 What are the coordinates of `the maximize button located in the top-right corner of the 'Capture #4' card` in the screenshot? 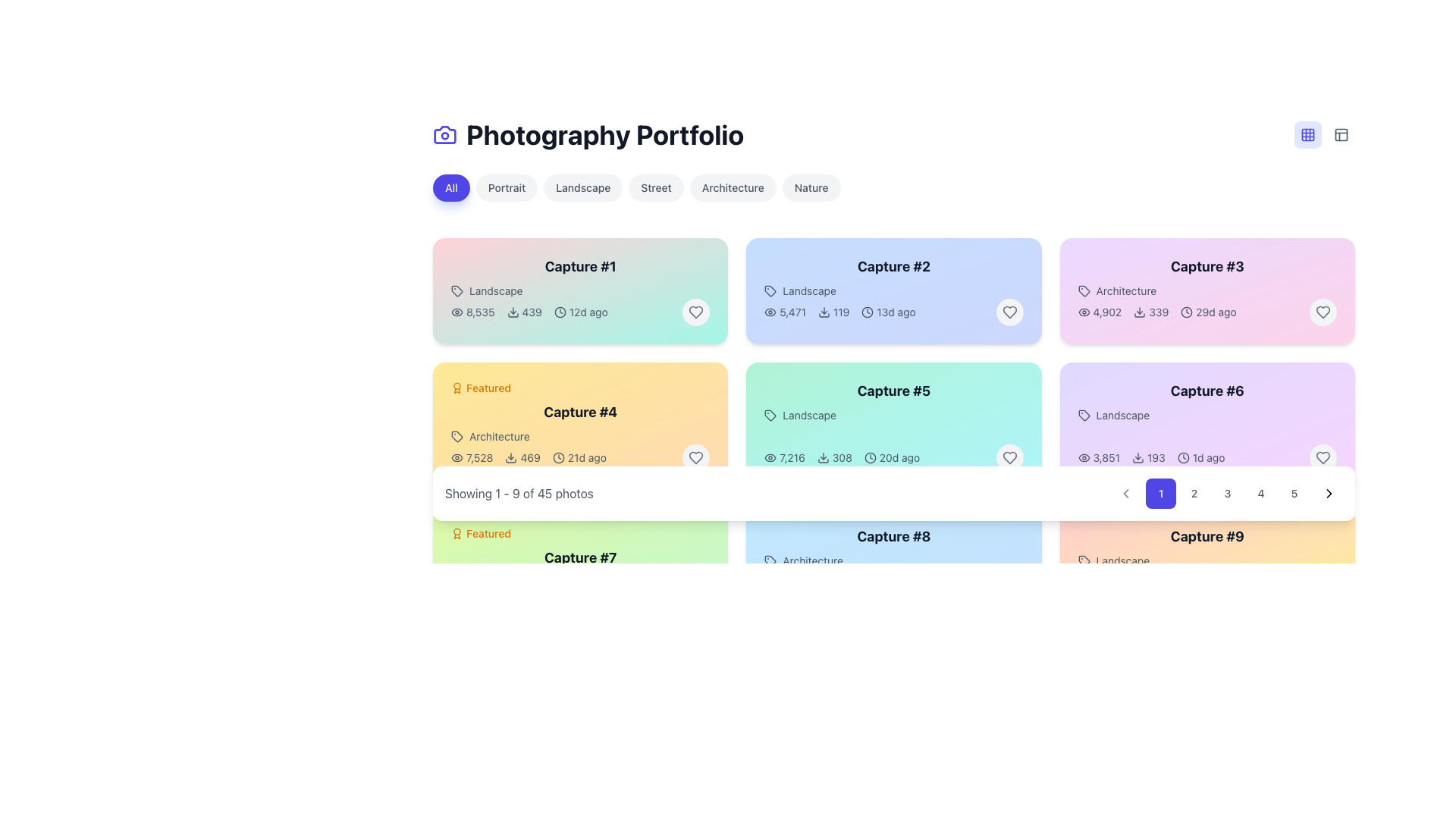 It's located at (701, 388).